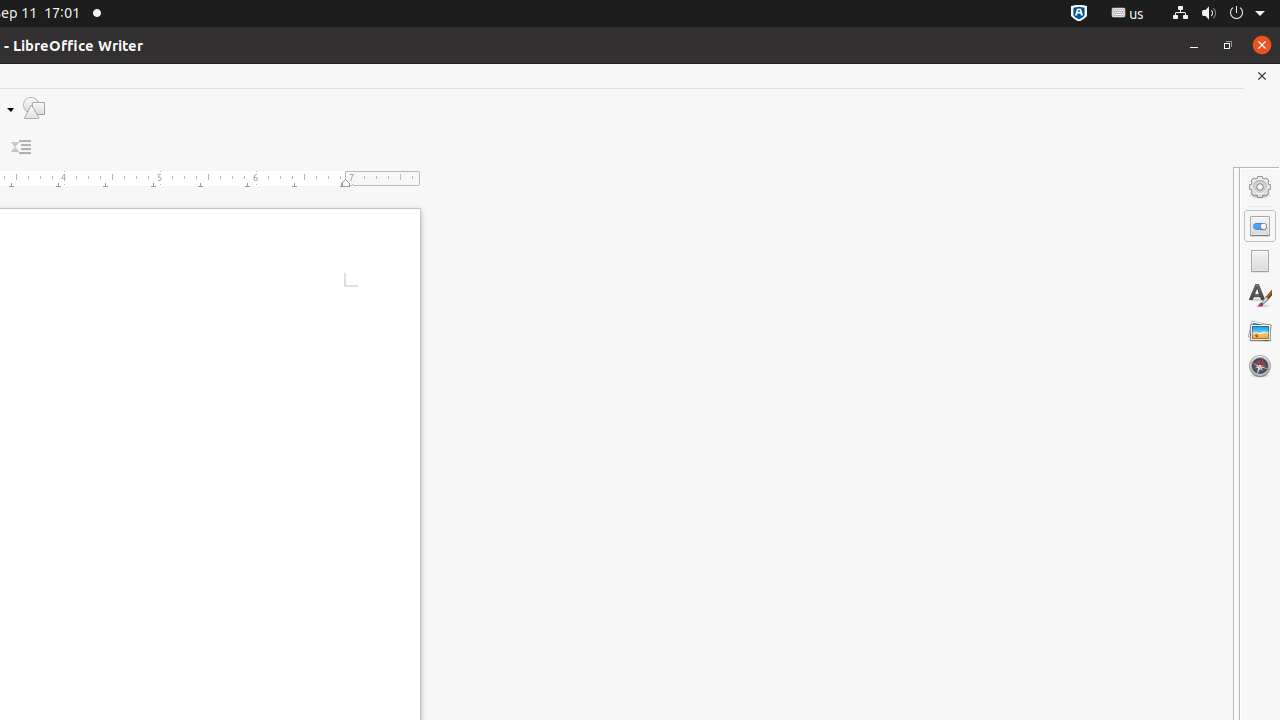  Describe the element at coordinates (1259, 365) in the screenshot. I see `'Navigator'` at that location.